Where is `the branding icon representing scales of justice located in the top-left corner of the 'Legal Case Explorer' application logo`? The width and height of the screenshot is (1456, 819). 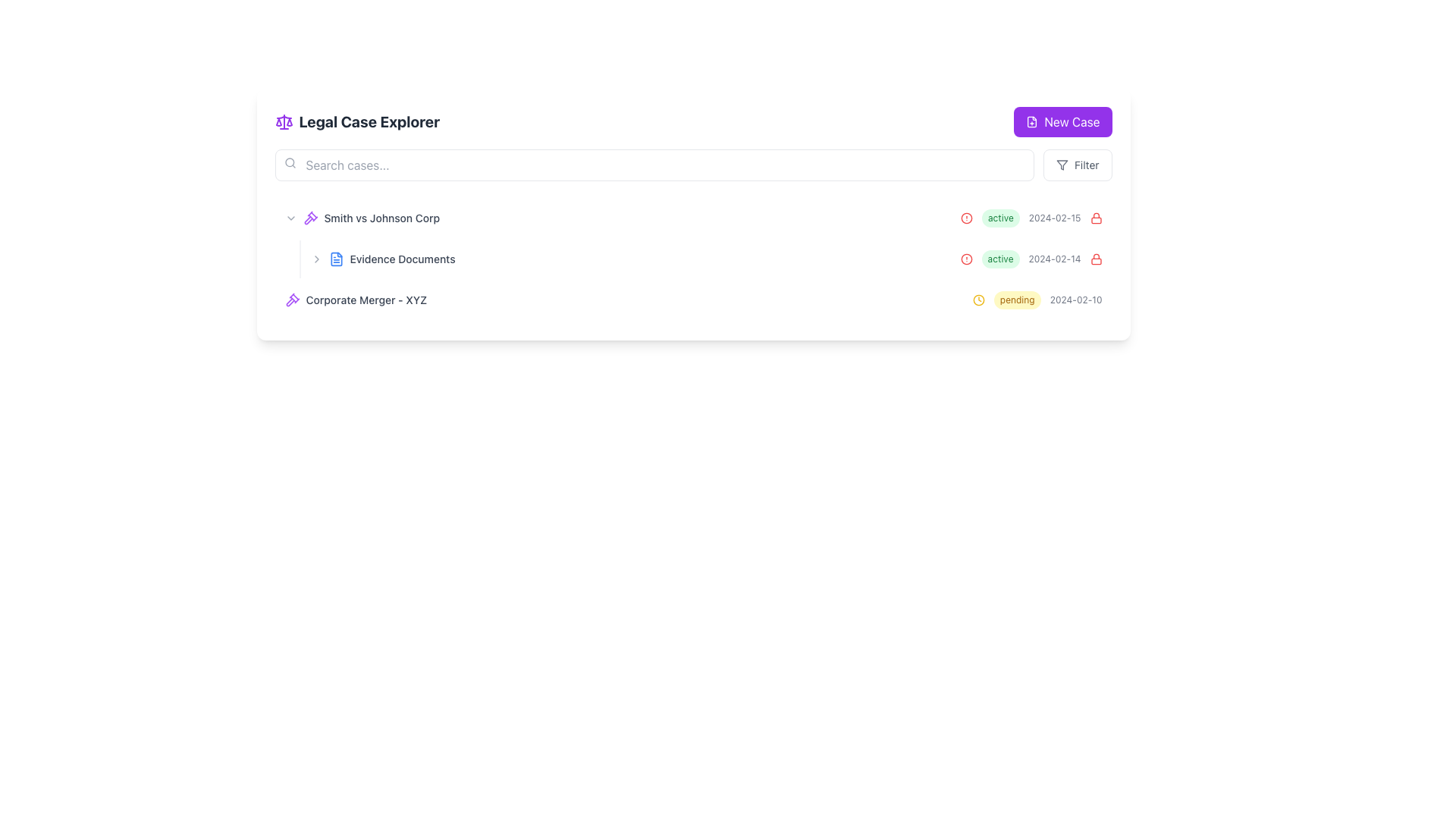
the branding icon representing scales of justice located in the top-left corner of the 'Legal Case Explorer' application logo is located at coordinates (278, 121).